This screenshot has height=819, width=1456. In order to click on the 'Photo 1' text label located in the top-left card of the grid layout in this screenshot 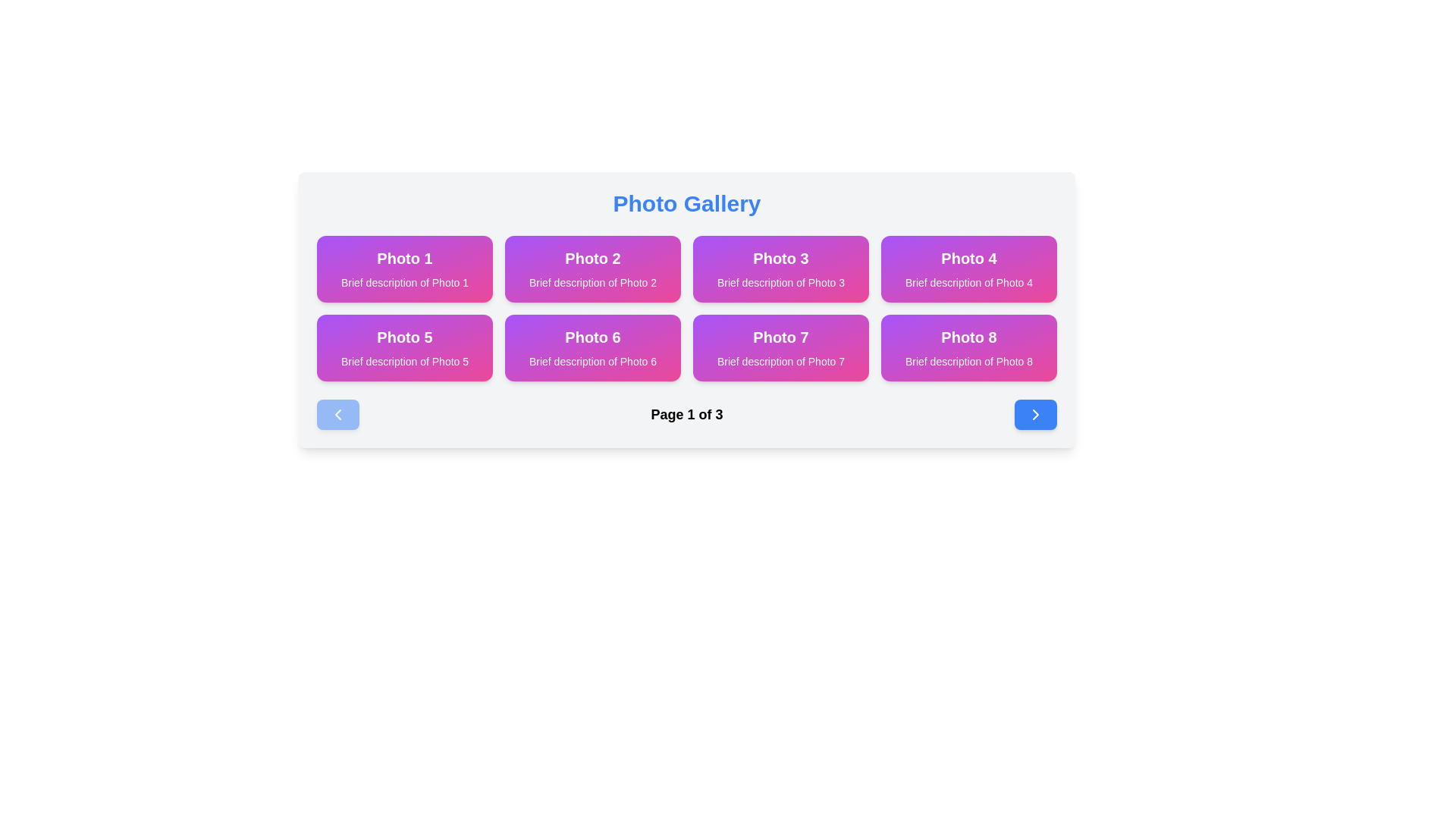, I will do `click(404, 257)`.